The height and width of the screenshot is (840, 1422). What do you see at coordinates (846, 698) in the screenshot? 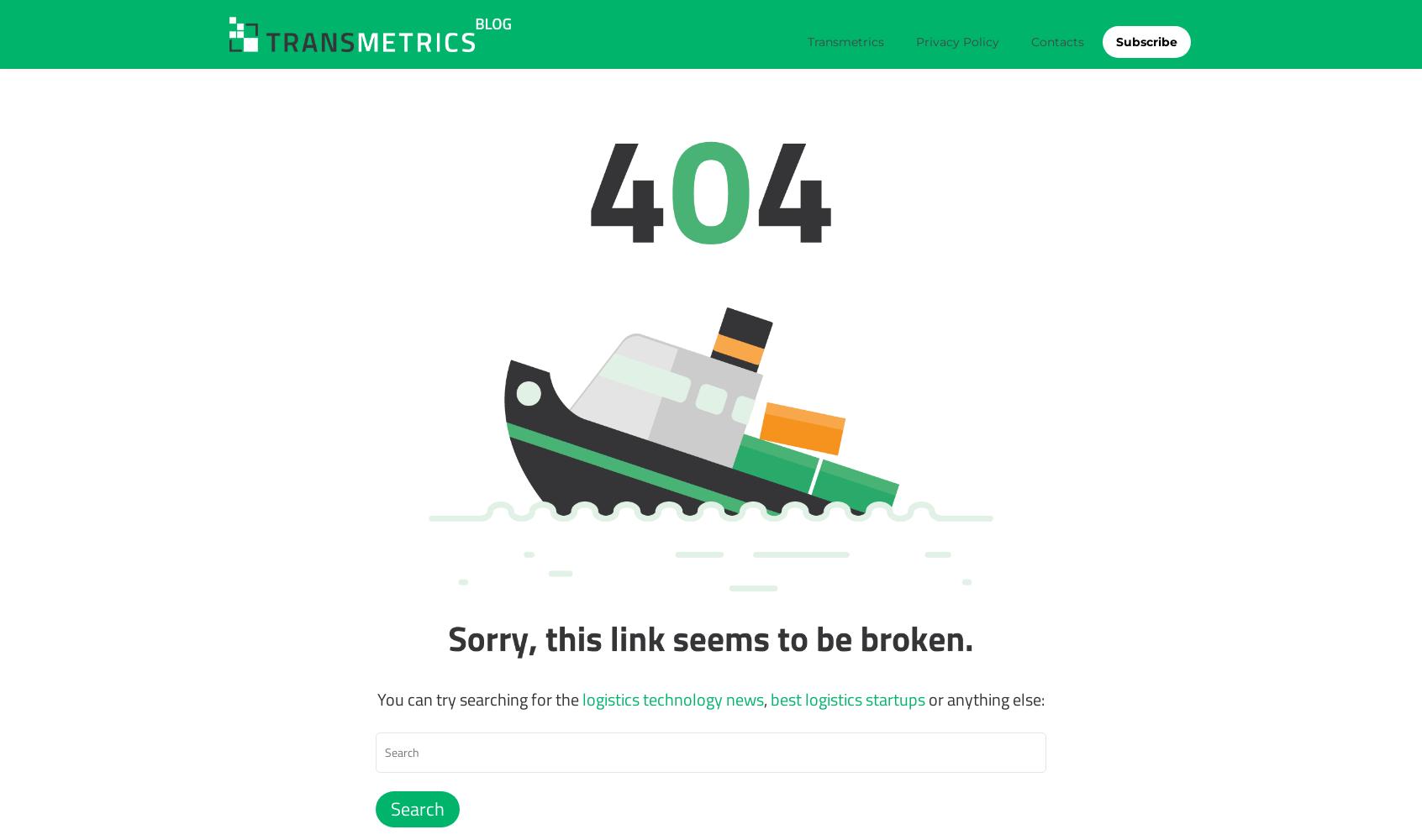
I see `'best logistics startups'` at bounding box center [846, 698].